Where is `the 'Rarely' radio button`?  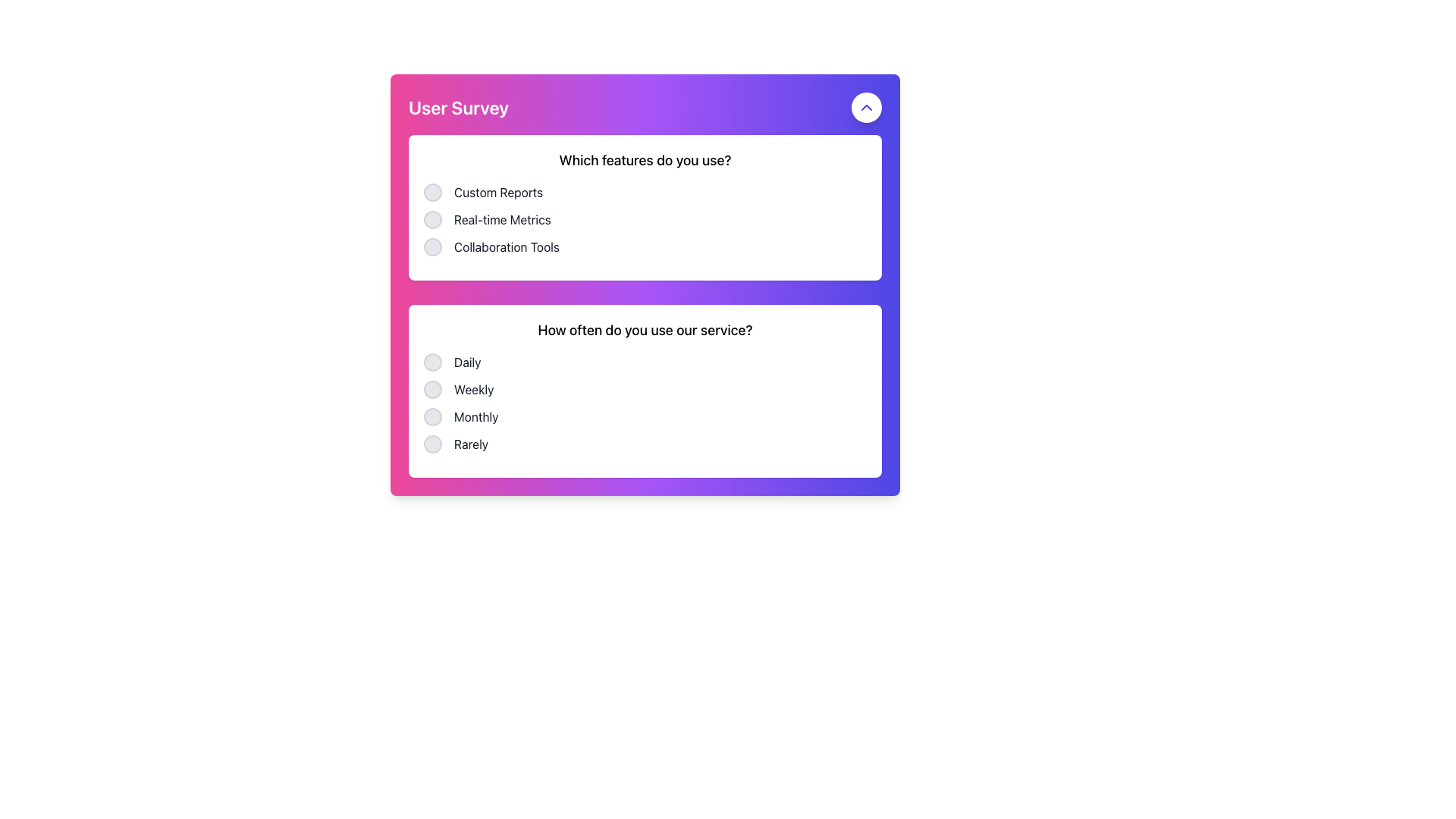 the 'Rarely' radio button is located at coordinates (432, 444).